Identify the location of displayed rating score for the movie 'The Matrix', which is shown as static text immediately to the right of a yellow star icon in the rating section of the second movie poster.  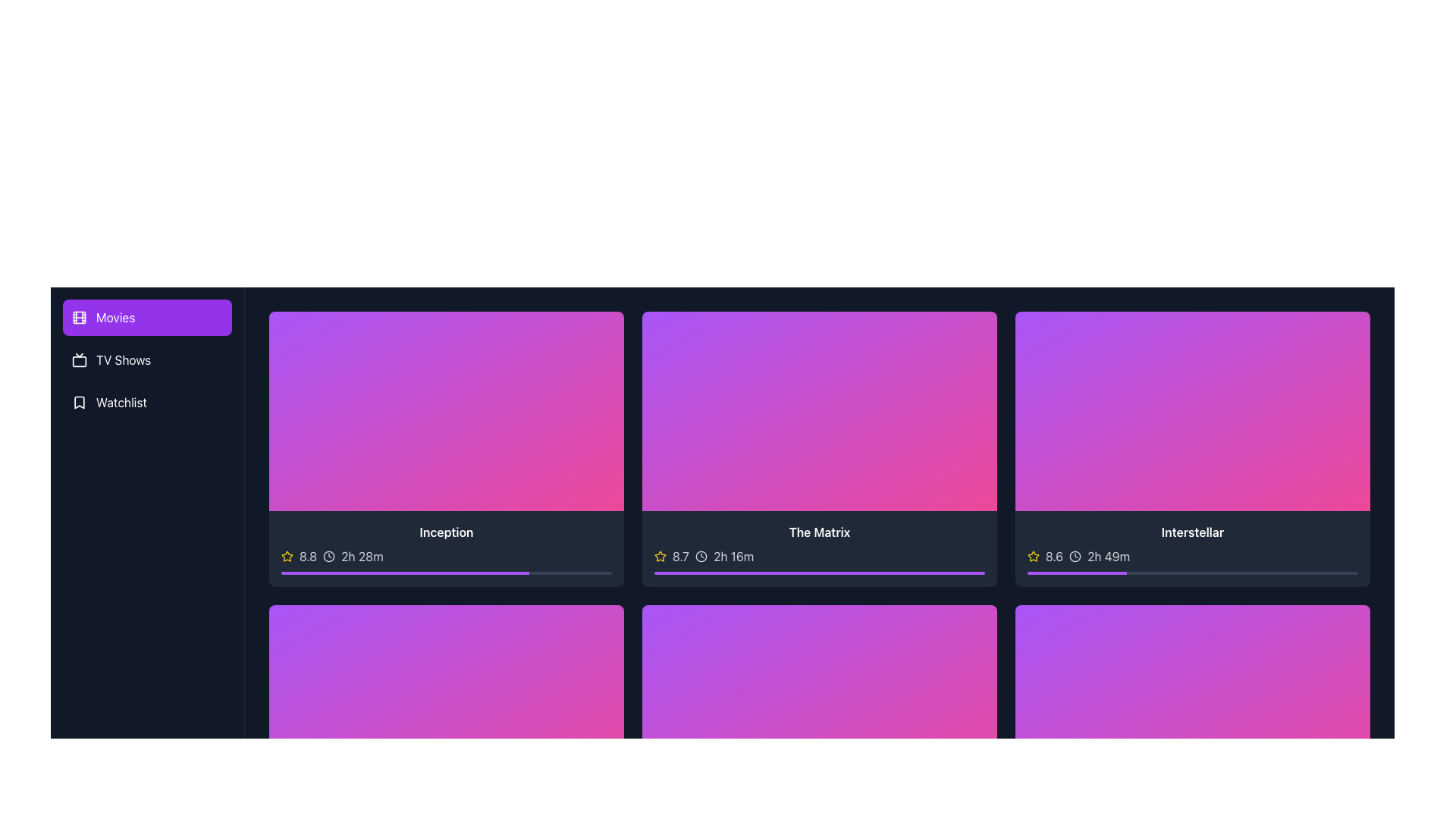
(679, 557).